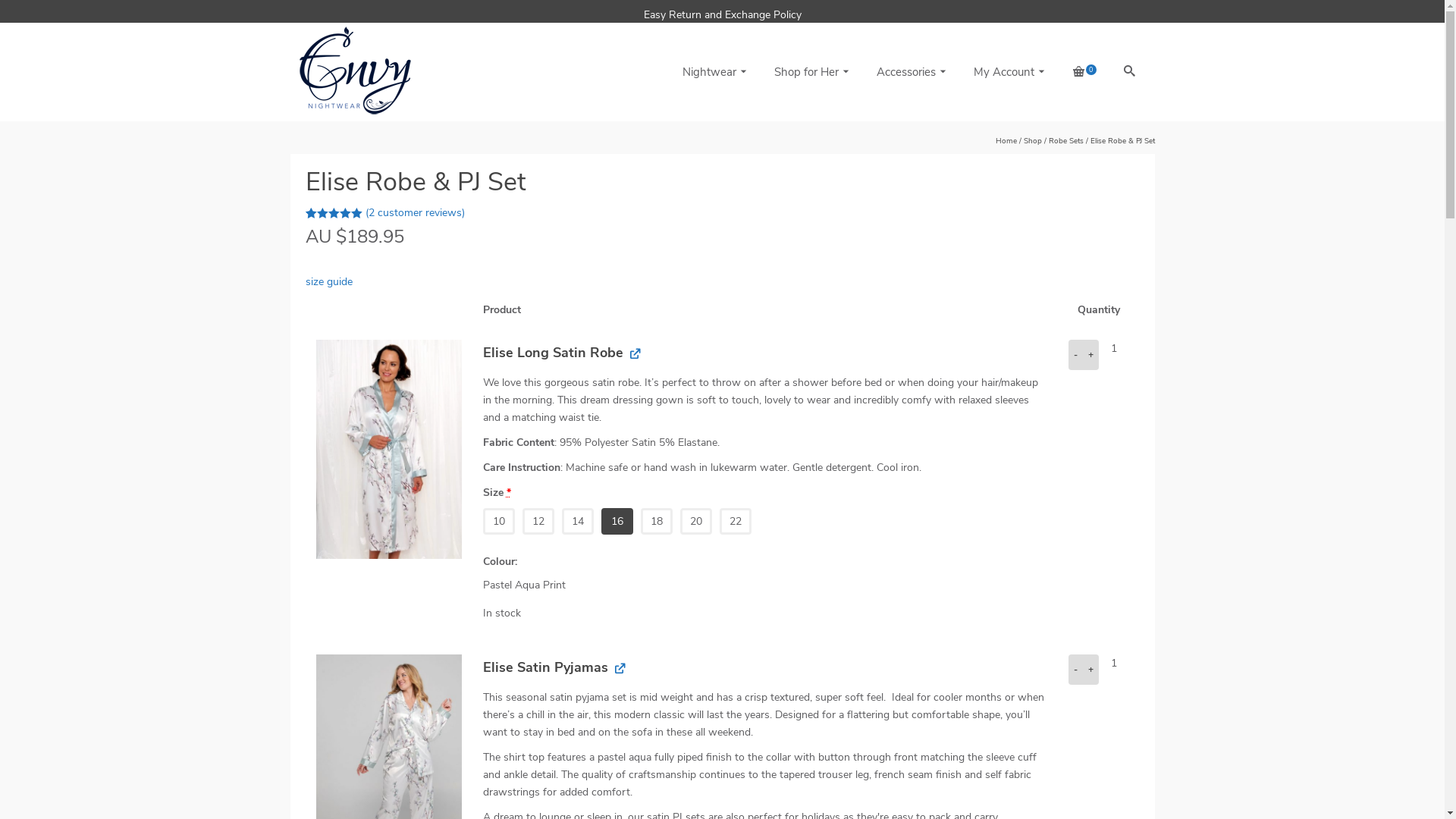 The image size is (1456, 819). What do you see at coordinates (1032, 140) in the screenshot?
I see `'Shop'` at bounding box center [1032, 140].